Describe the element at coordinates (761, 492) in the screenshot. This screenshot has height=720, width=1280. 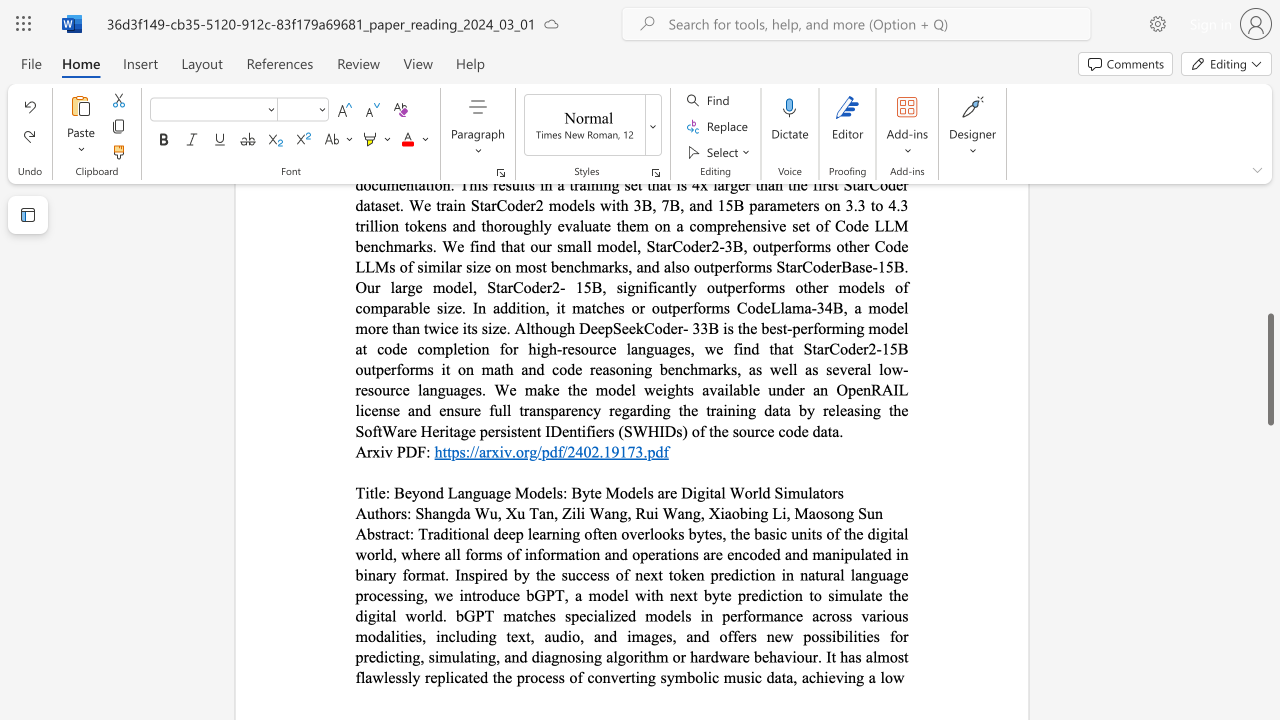
I see `the subset text "d Simulator" within the text "Beyond Language Models: Byte Models are Digital World Simulators"` at that location.